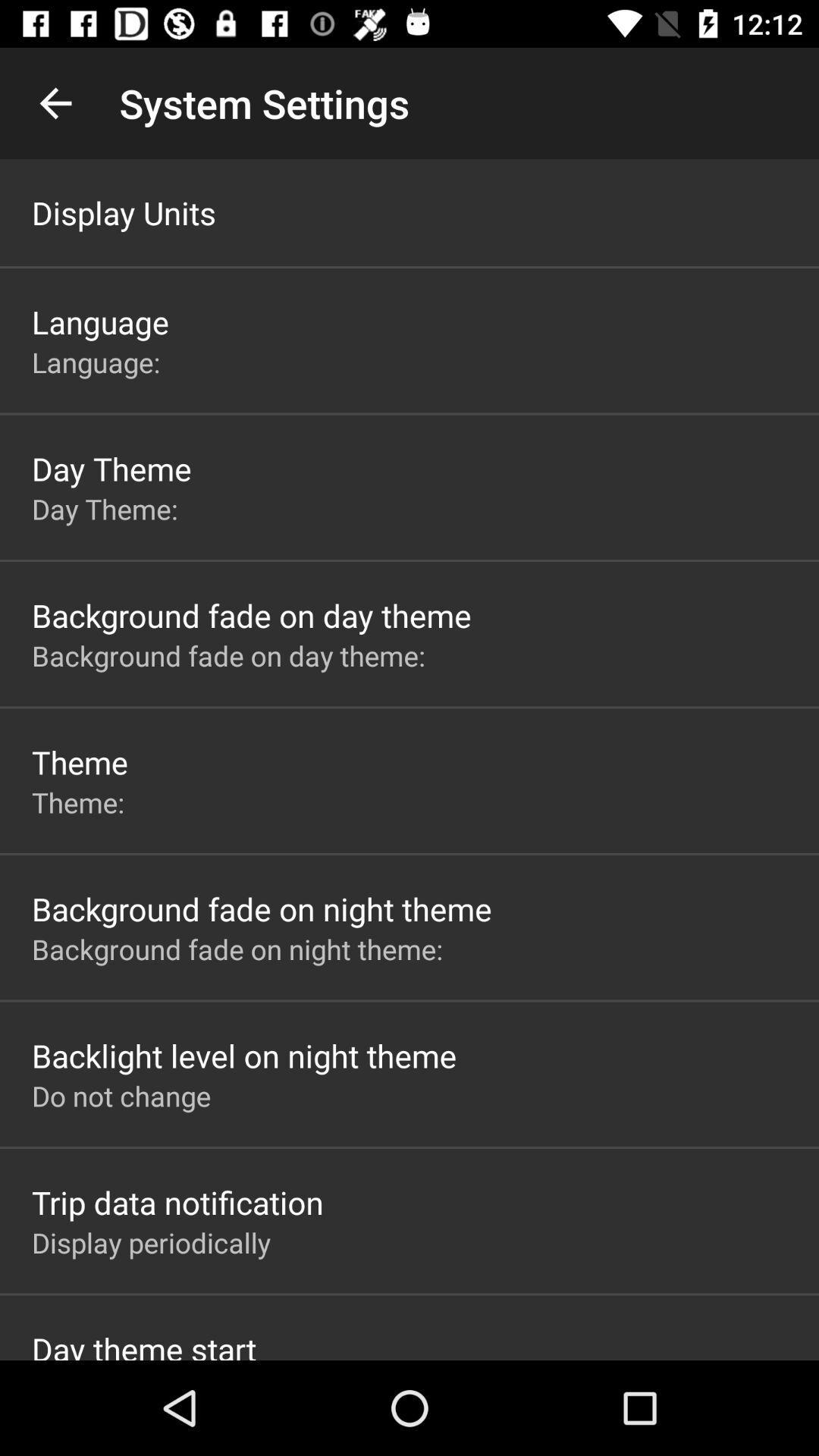 This screenshot has width=819, height=1456. What do you see at coordinates (151, 1242) in the screenshot?
I see `the app below trip data notification item` at bounding box center [151, 1242].